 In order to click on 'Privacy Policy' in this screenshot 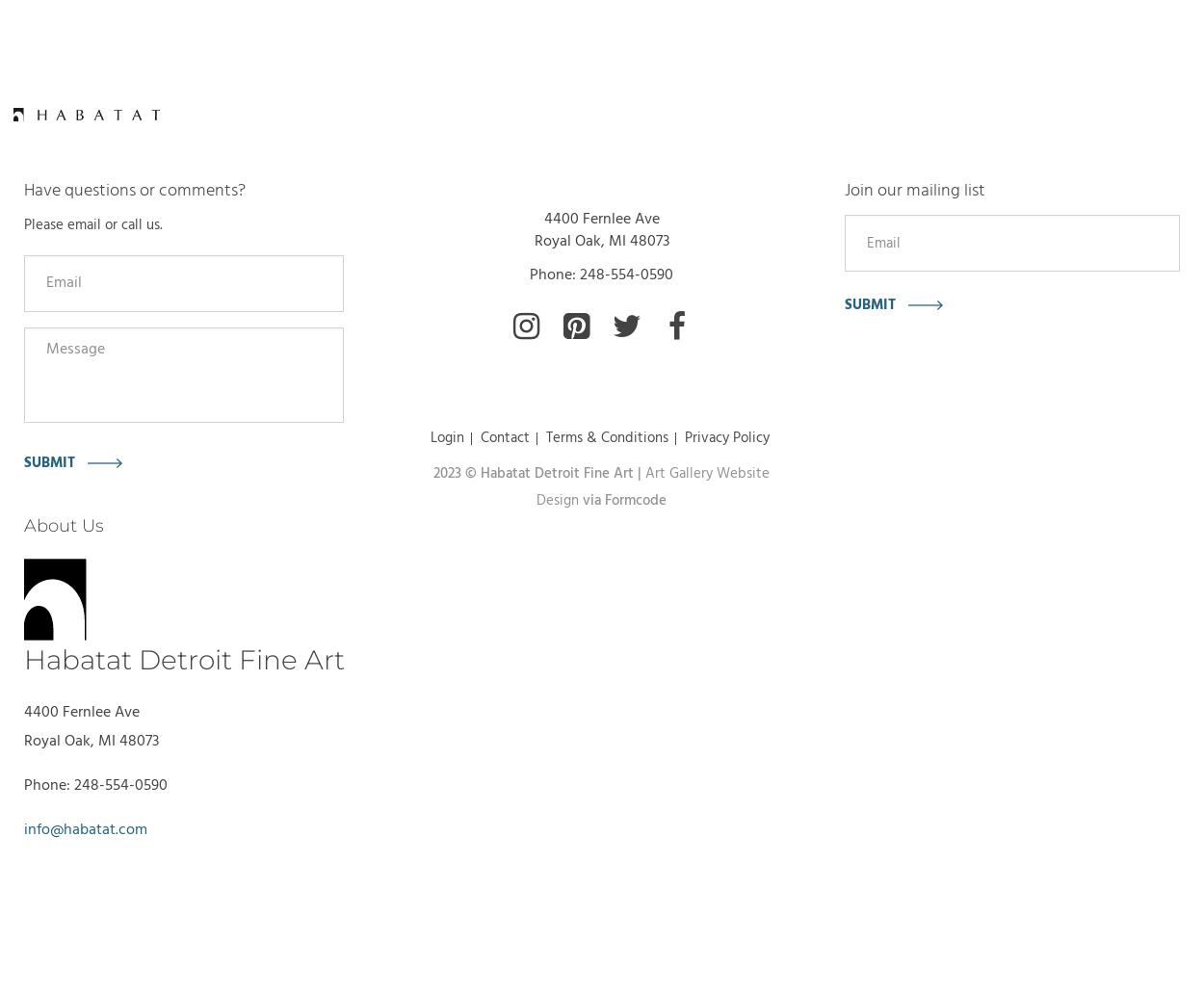, I will do `click(727, 437)`.